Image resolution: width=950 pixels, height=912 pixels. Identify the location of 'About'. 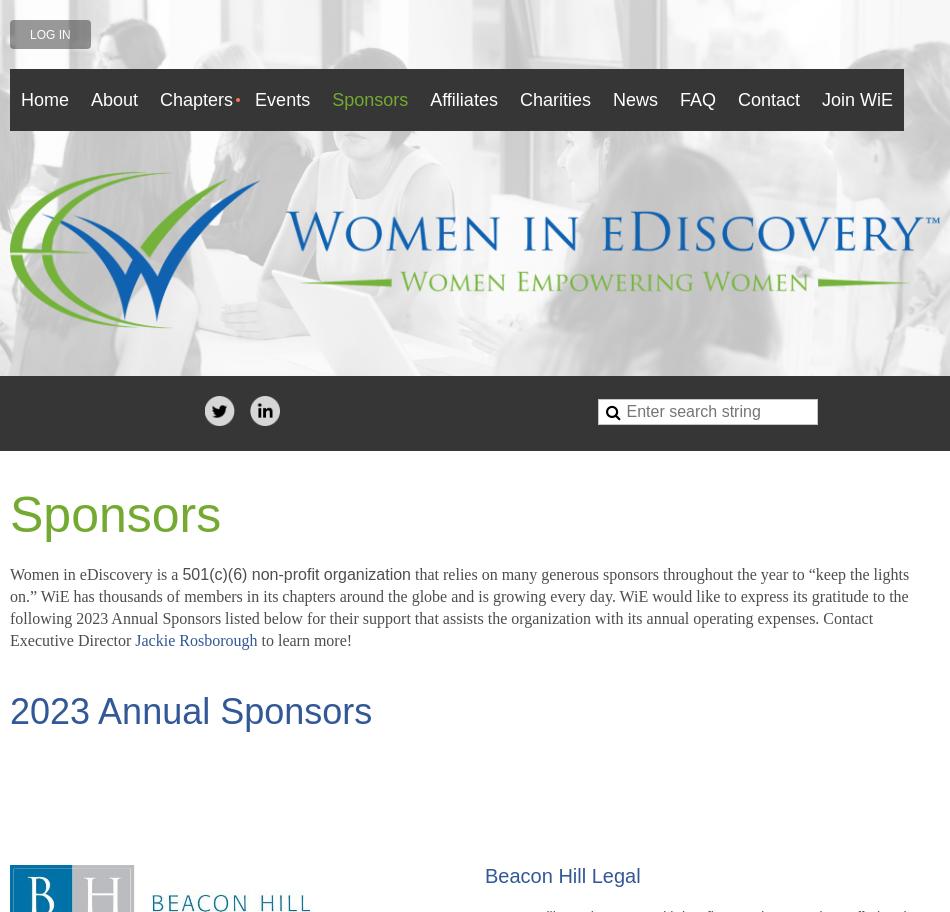
(114, 99).